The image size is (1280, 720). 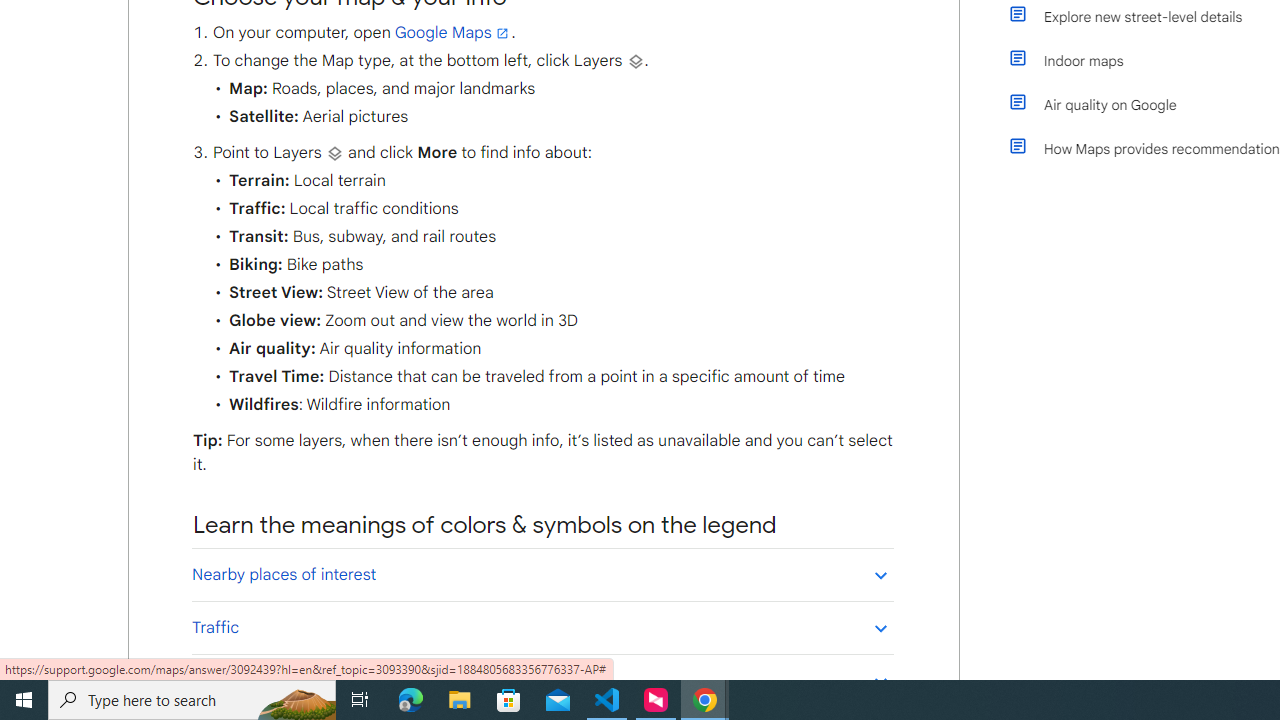 What do you see at coordinates (452, 33) in the screenshot?
I see `'Google Maps'` at bounding box center [452, 33].